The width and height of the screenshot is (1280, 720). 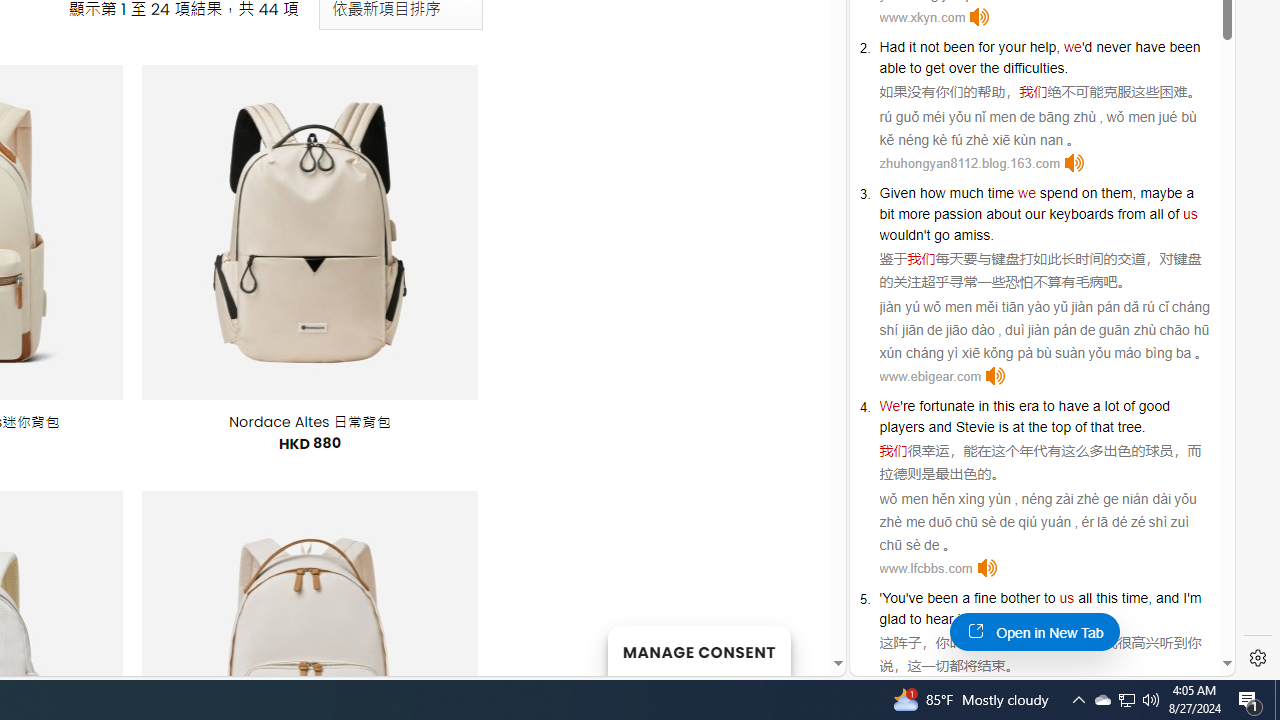 What do you see at coordinates (1034, 67) in the screenshot?
I see `'difficulties'` at bounding box center [1034, 67].